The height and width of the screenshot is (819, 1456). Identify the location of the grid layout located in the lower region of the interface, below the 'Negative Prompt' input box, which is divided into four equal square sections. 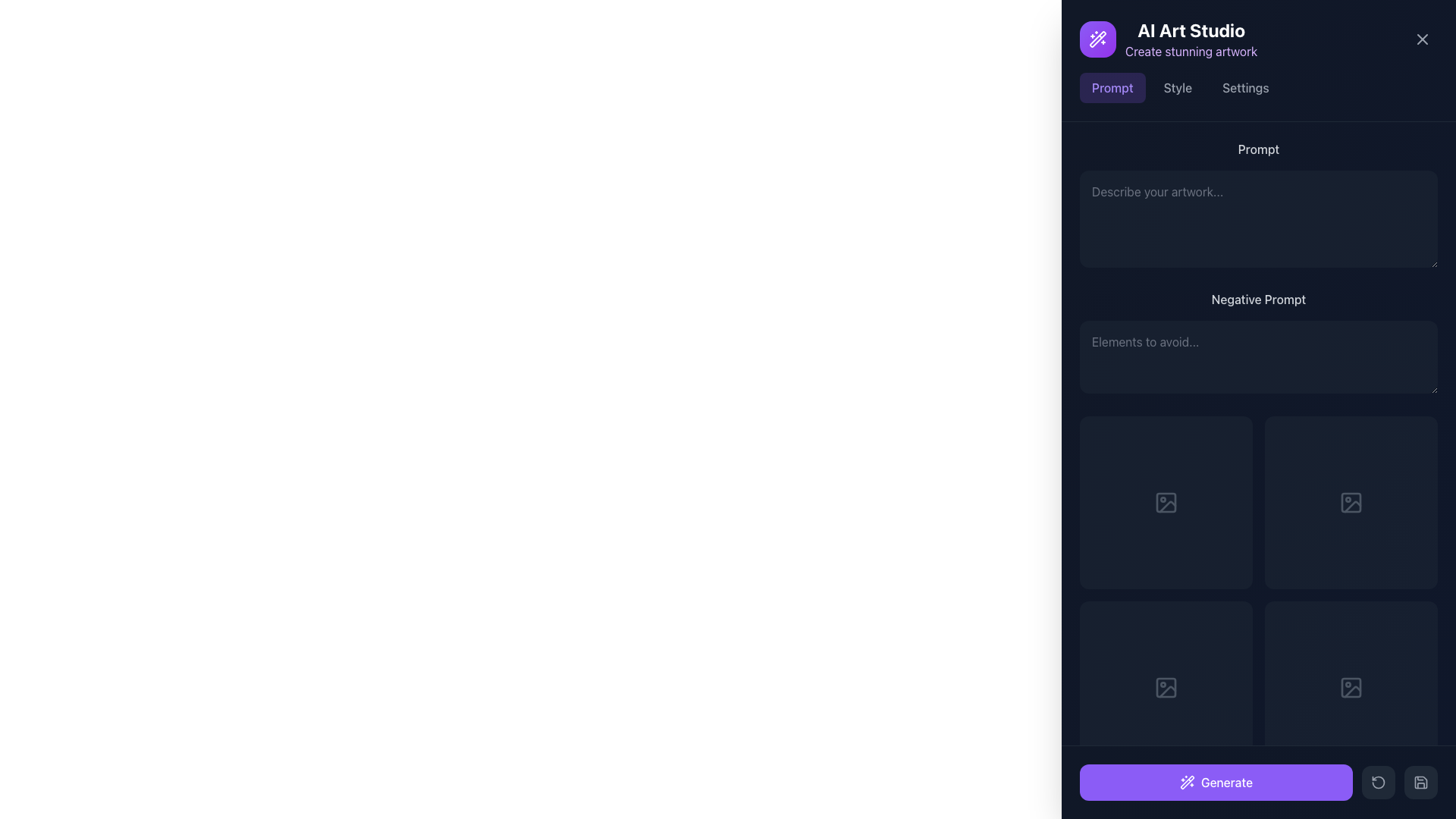
(1259, 595).